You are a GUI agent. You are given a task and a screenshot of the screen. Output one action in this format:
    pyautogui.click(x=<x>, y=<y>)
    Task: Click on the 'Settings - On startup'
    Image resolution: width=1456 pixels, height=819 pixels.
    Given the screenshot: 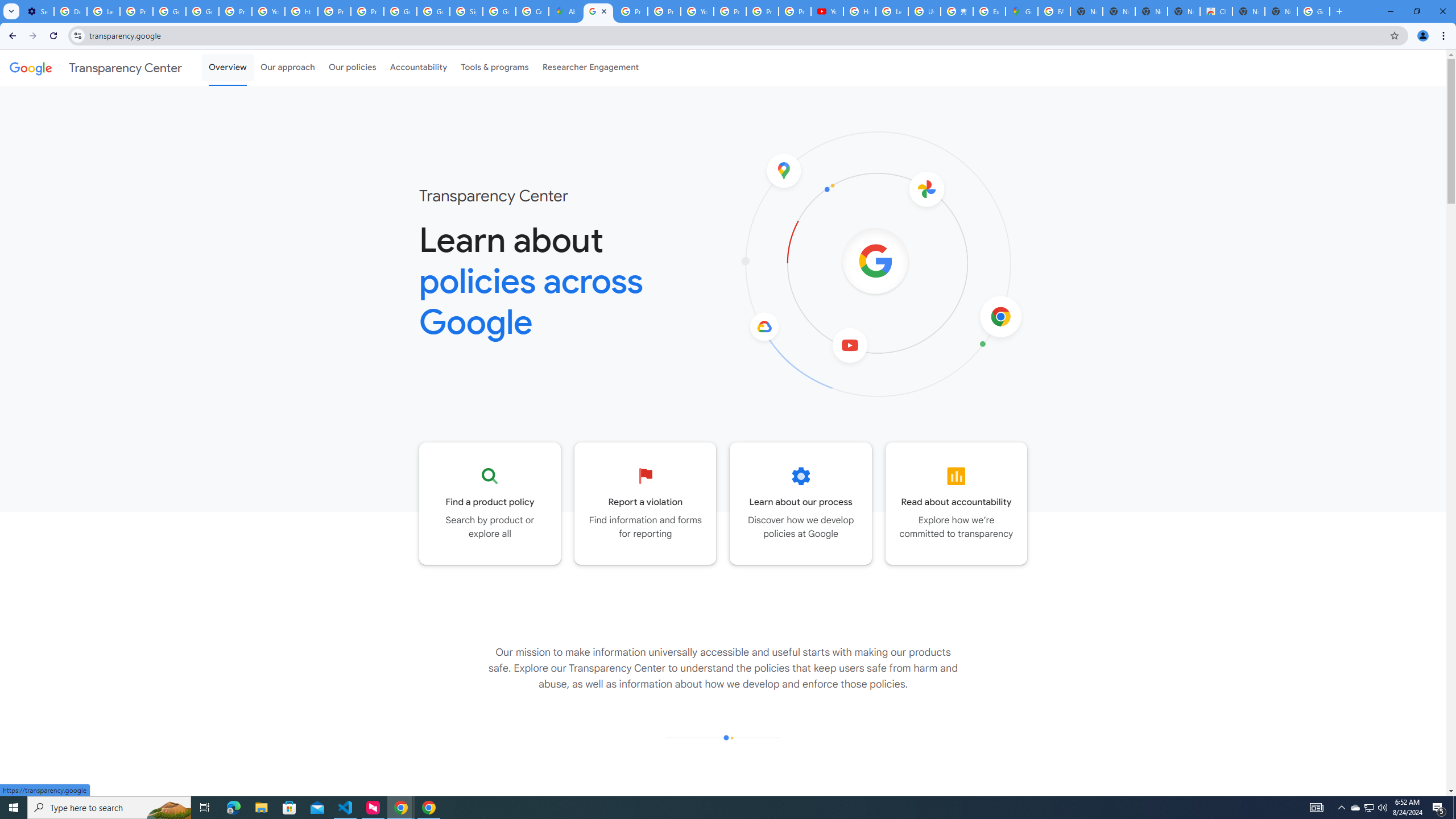 What is the action you would take?
    pyautogui.click(x=37, y=11)
    